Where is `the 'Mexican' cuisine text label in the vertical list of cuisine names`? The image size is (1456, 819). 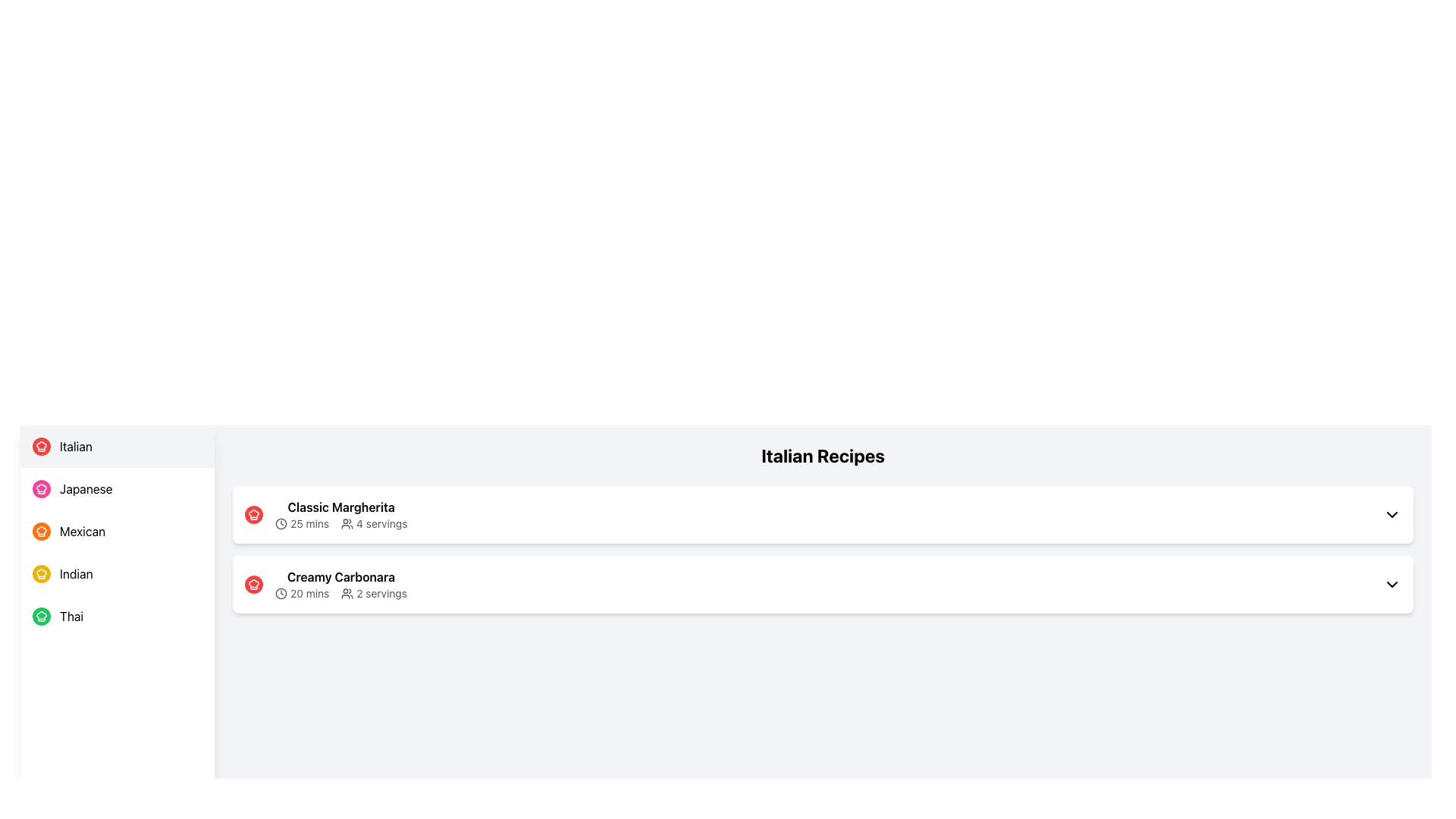 the 'Mexican' cuisine text label in the vertical list of cuisine names is located at coordinates (82, 531).